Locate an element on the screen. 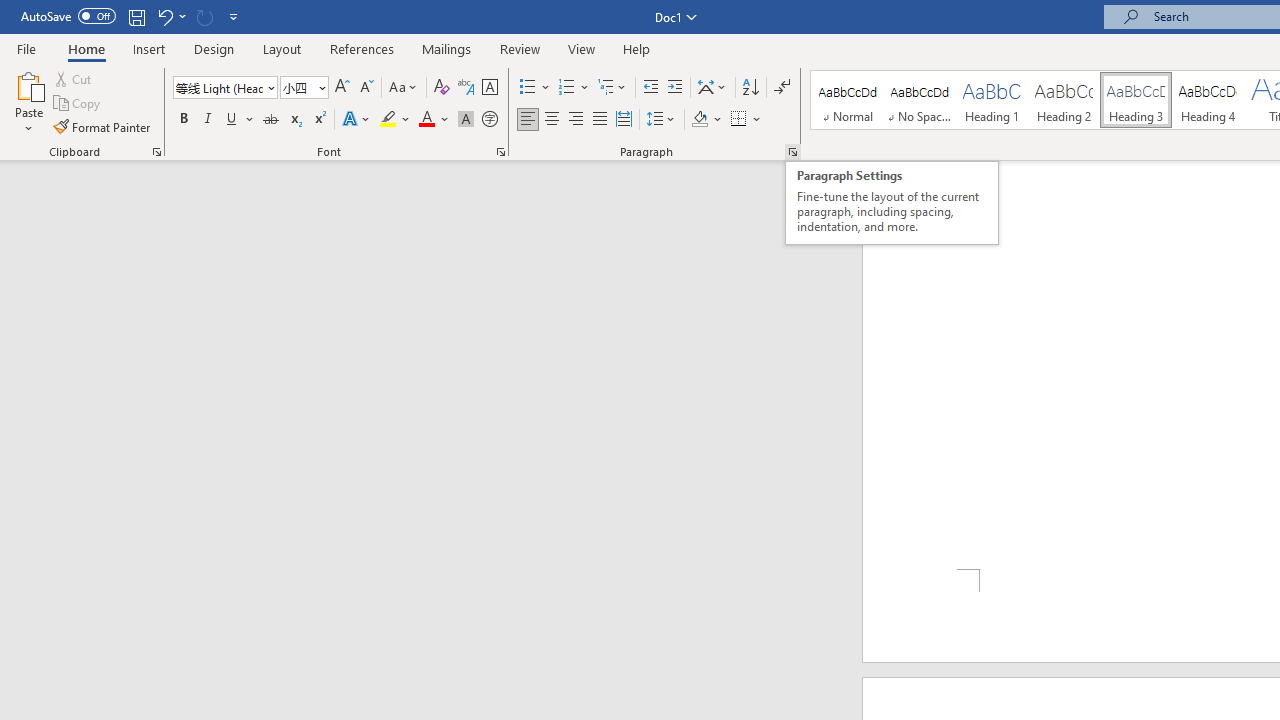 The height and width of the screenshot is (720, 1280). 'Can' is located at coordinates (204, 16).